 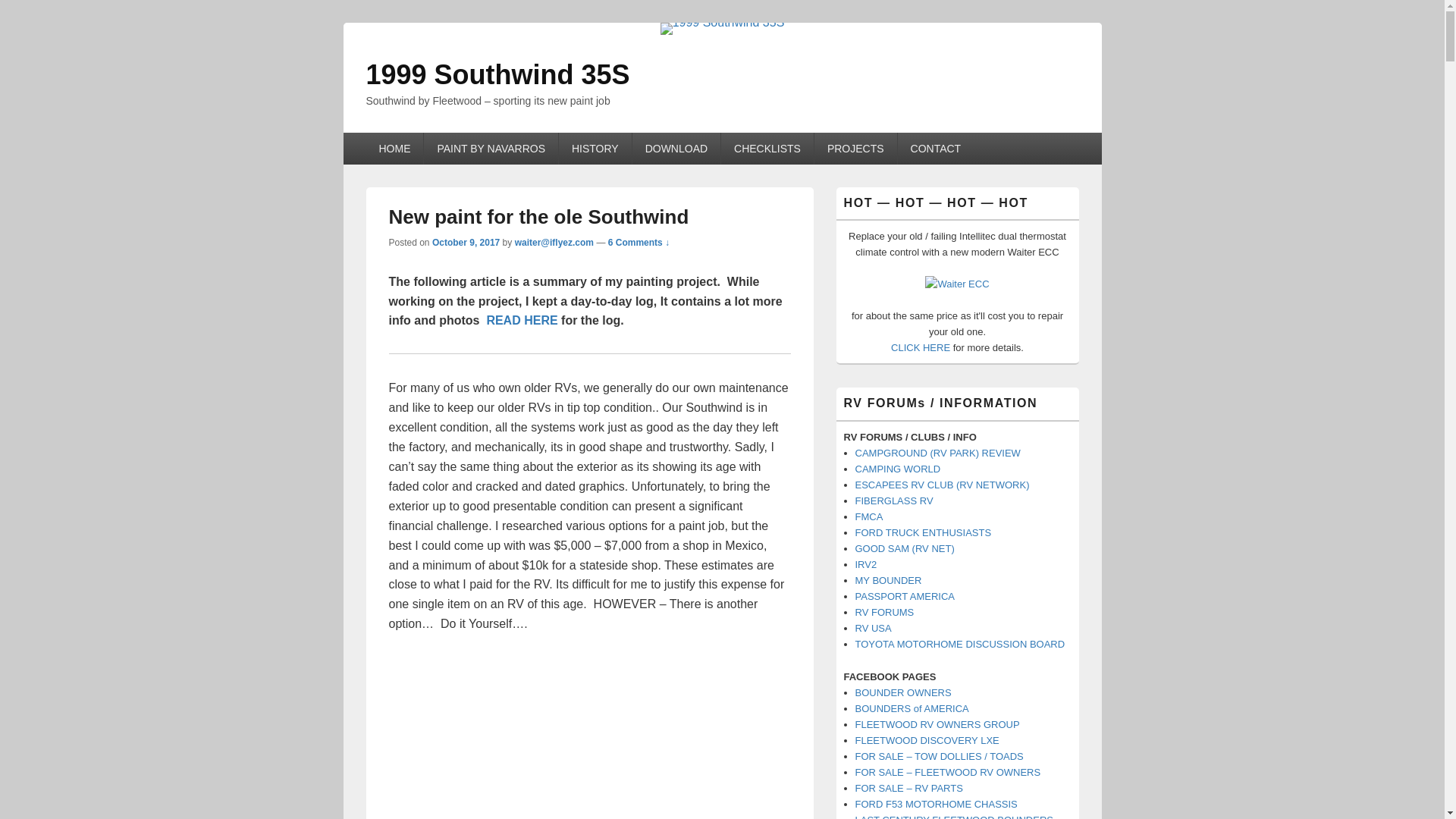 What do you see at coordinates (874, 628) in the screenshot?
I see `'RV USA'` at bounding box center [874, 628].